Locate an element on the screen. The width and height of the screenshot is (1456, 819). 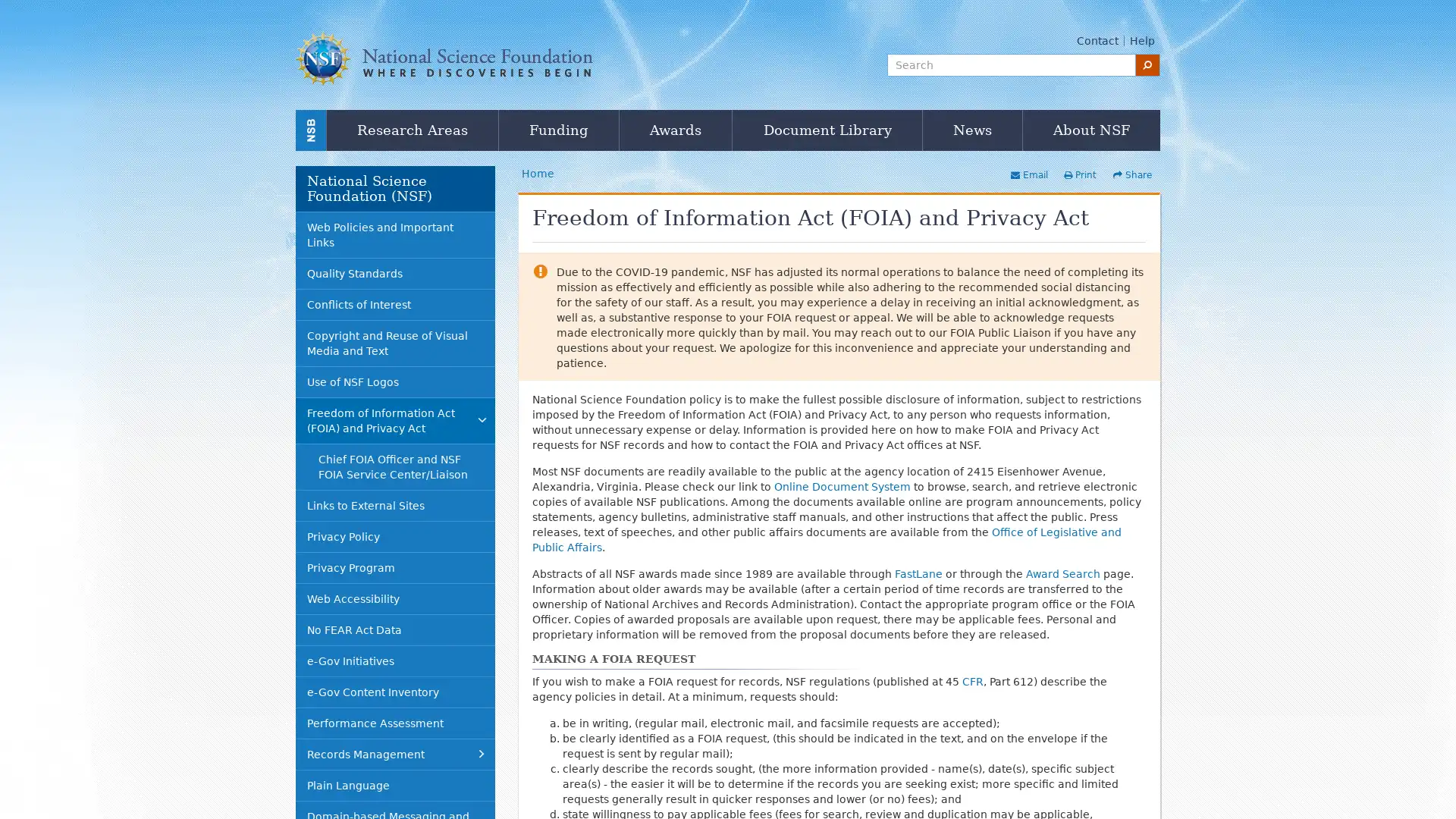
search is located at coordinates (1147, 64).